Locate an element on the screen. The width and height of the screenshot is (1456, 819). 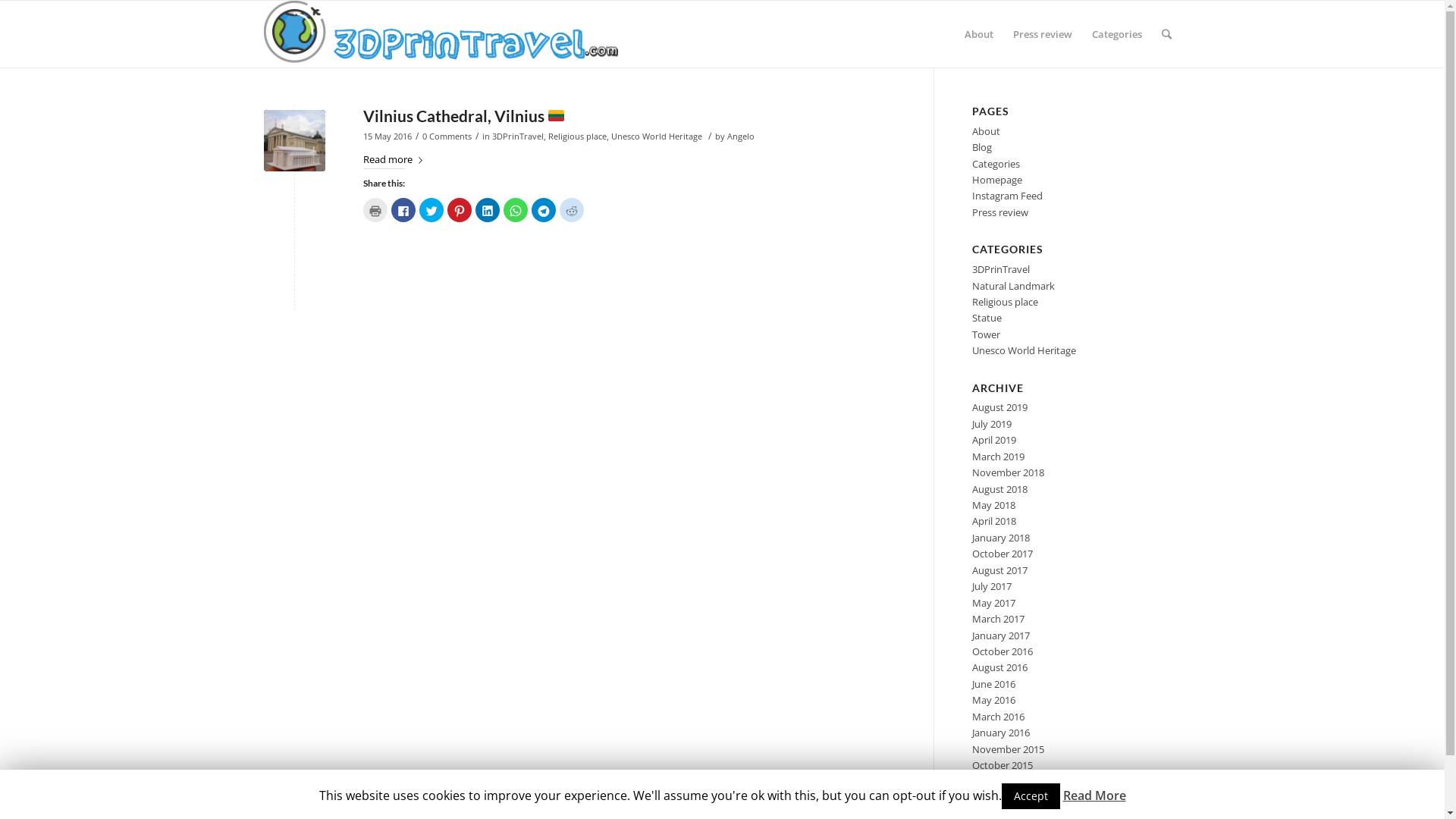
'Click to share on LinkedIn (Opens in new window)' is located at coordinates (487, 210).